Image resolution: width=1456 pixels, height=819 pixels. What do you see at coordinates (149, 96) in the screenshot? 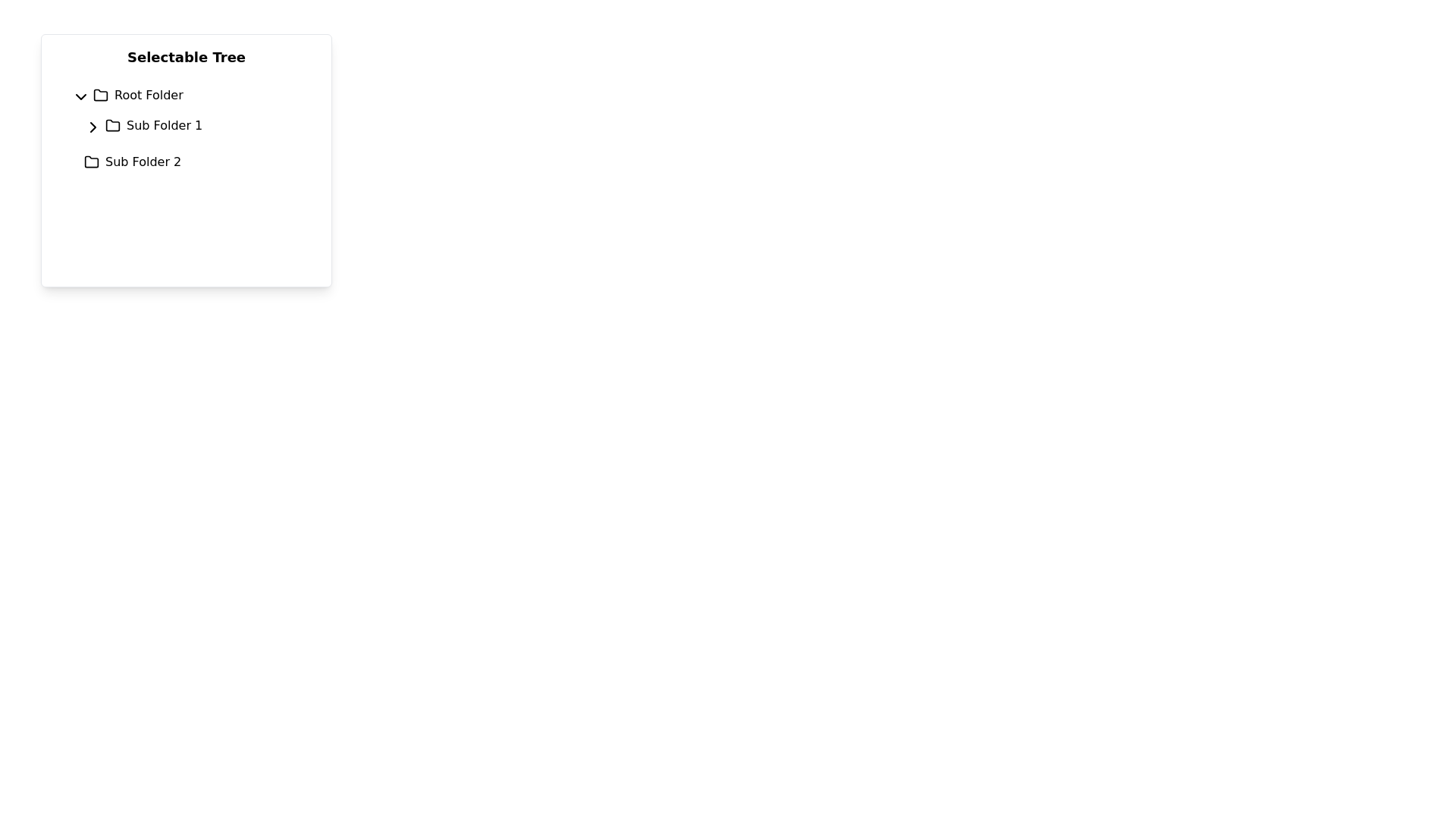
I see `the text label that identifies the primary folder in the tree-structured navigation menu` at bounding box center [149, 96].